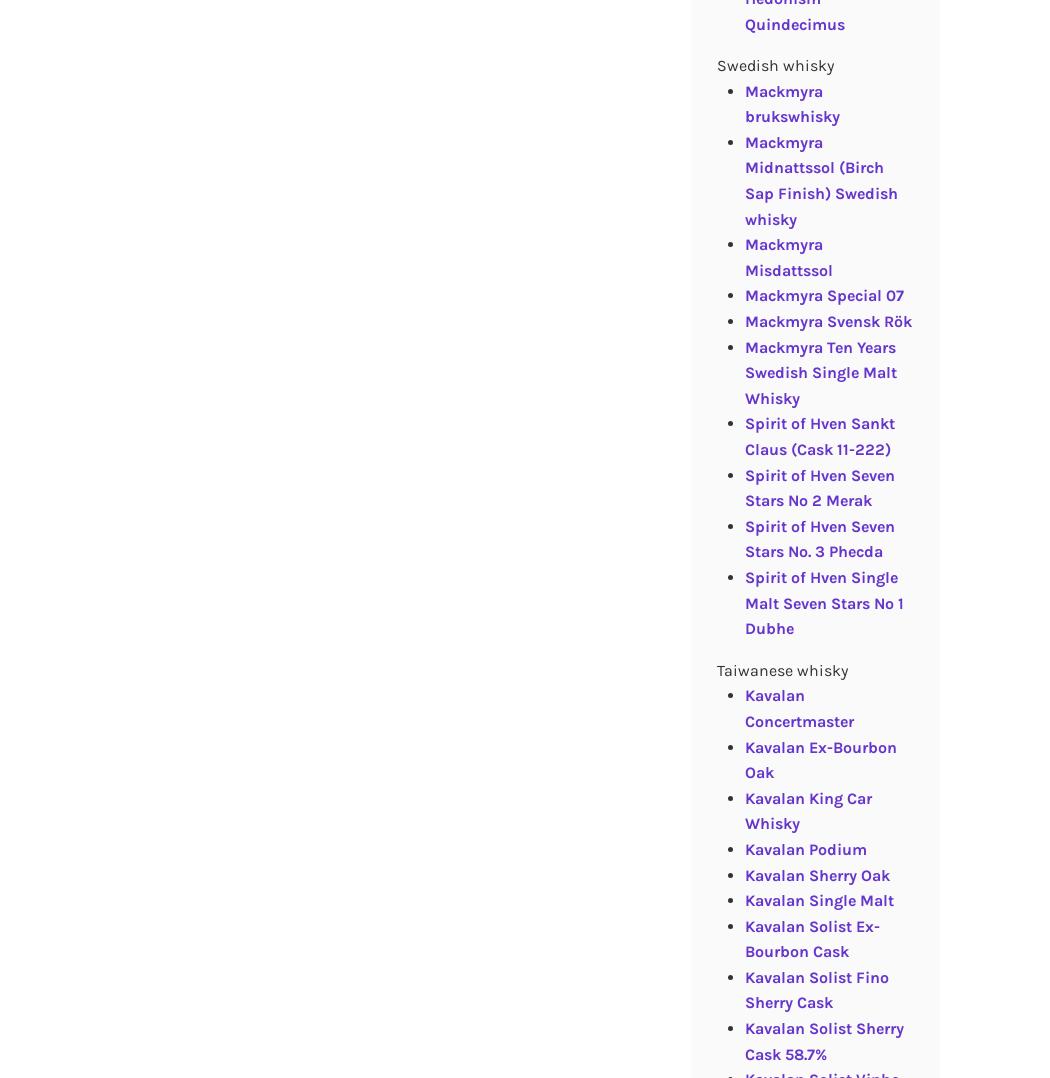 This screenshot has width=1050, height=1078. What do you see at coordinates (810, 937) in the screenshot?
I see `'Kavalan Solist Ex-Bourbon Cask'` at bounding box center [810, 937].